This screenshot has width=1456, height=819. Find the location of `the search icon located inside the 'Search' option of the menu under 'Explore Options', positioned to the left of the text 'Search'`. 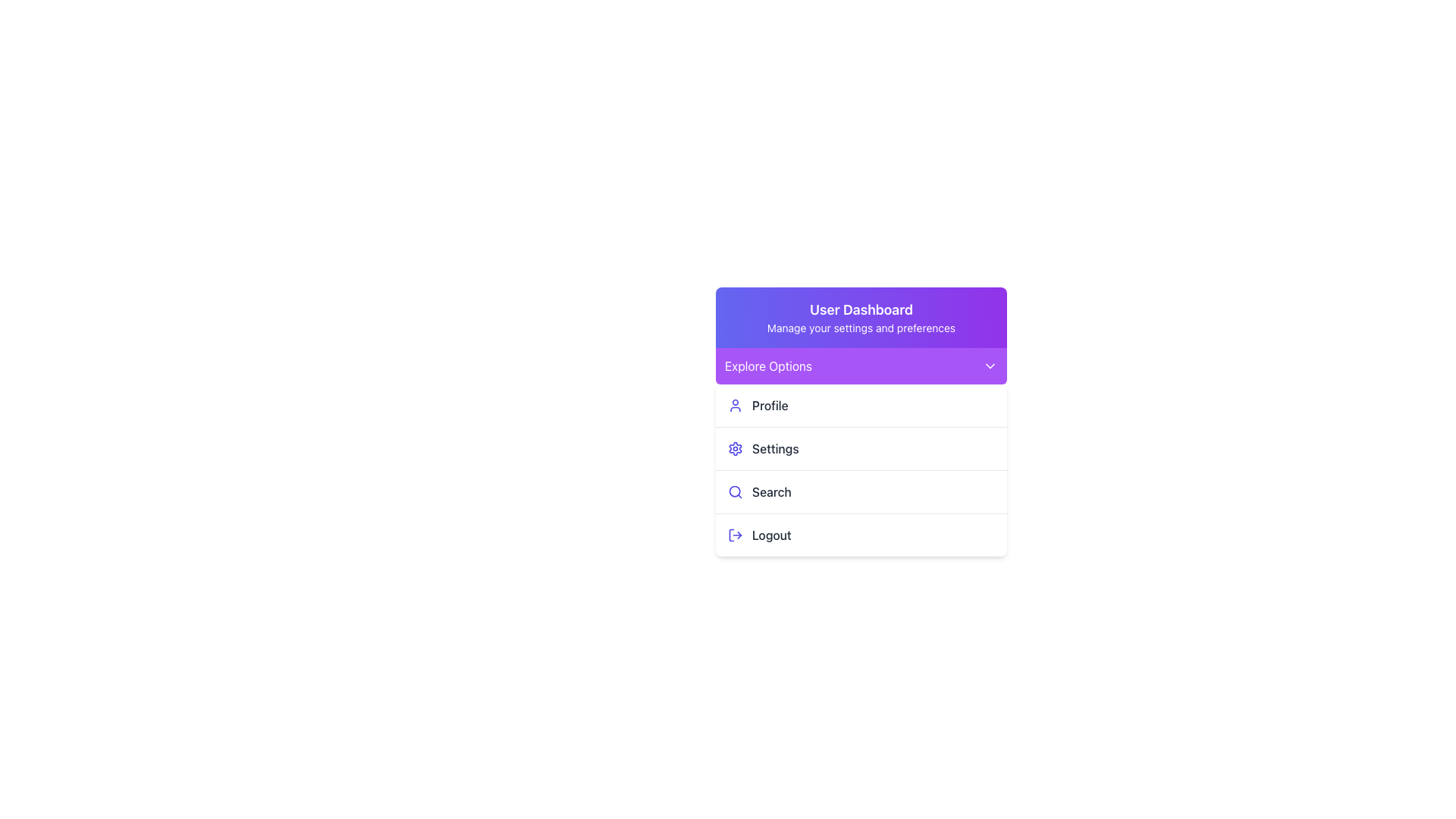

the search icon located inside the 'Search' option of the menu under 'Explore Options', positioned to the left of the text 'Search' is located at coordinates (735, 491).